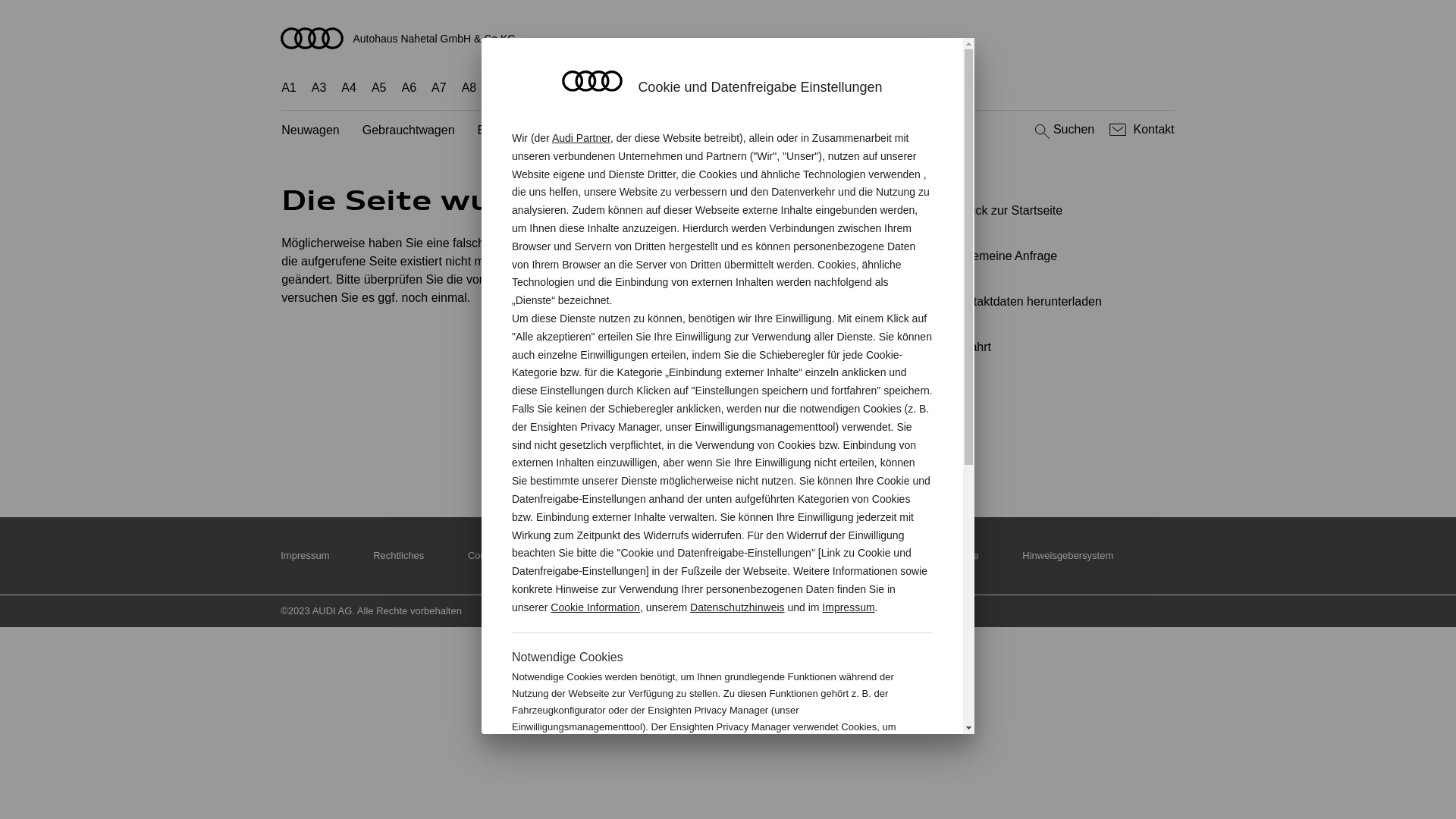 This screenshot has width=1456, height=819. I want to click on 'Q2', so click(499, 87).